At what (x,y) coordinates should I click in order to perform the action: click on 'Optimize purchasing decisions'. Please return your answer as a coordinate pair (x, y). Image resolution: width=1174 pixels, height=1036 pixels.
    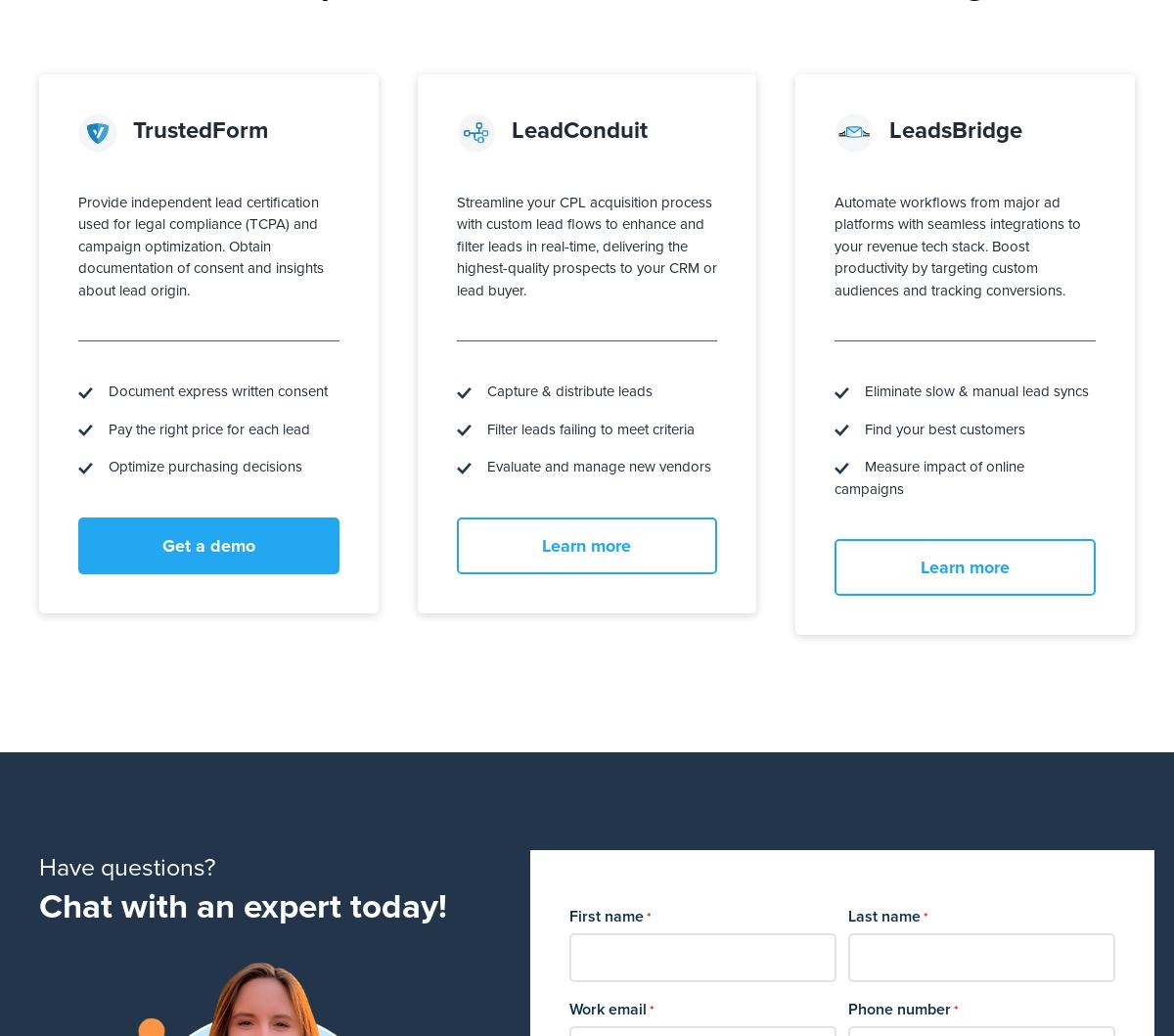
    Looking at the image, I should click on (93, 466).